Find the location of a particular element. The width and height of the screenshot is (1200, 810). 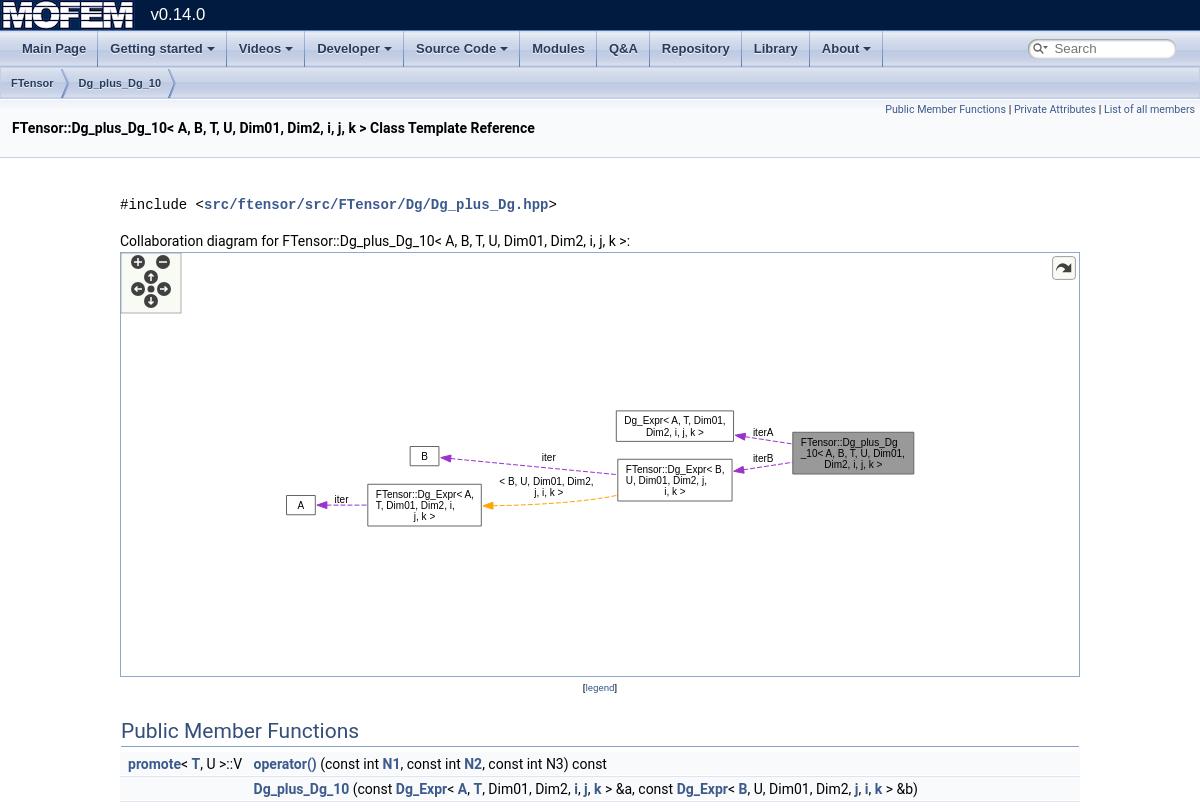

'(const int' is located at coordinates (348, 762).